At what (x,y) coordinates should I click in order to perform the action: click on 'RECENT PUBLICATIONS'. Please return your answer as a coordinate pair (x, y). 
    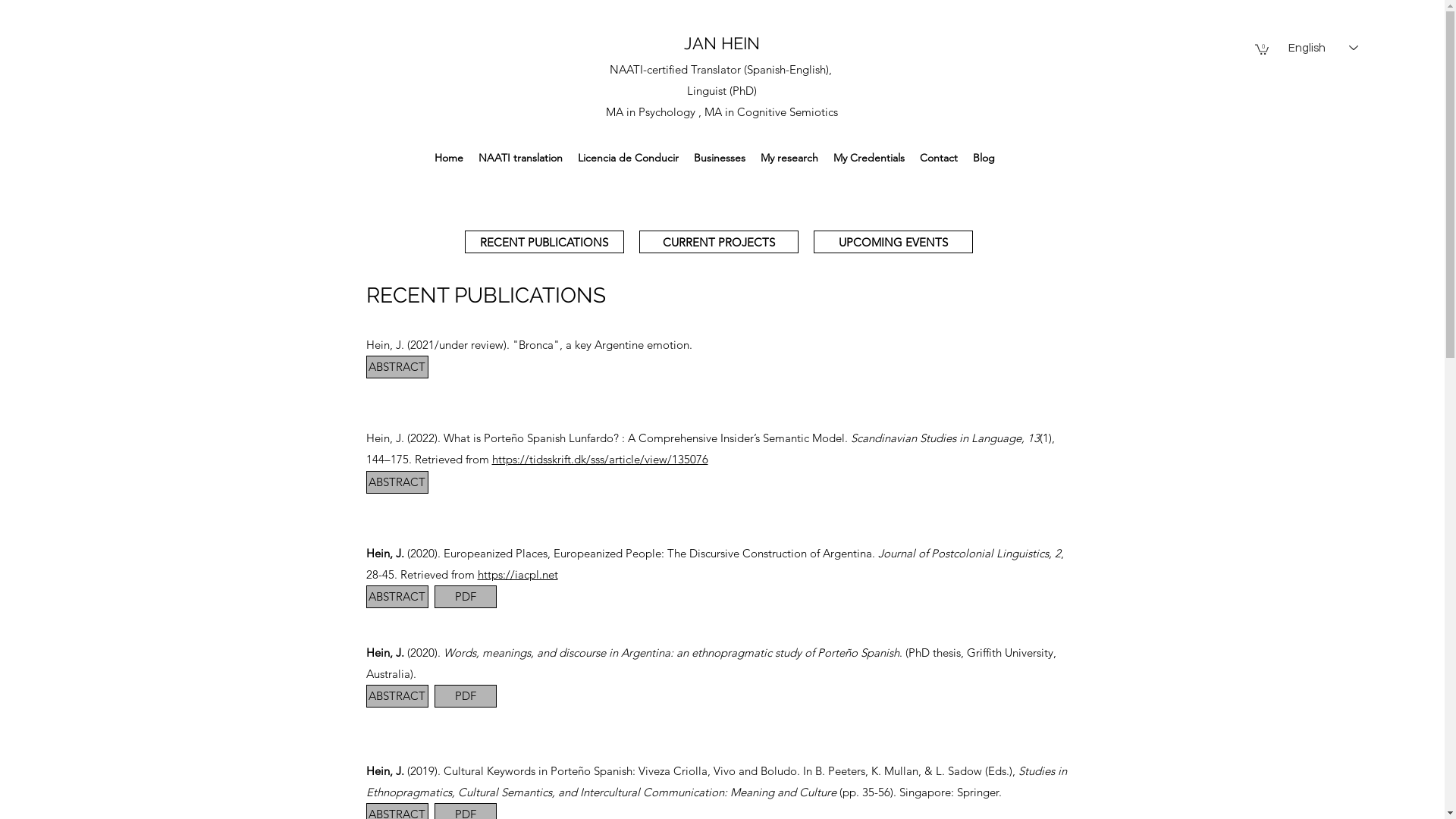
    Looking at the image, I should click on (543, 241).